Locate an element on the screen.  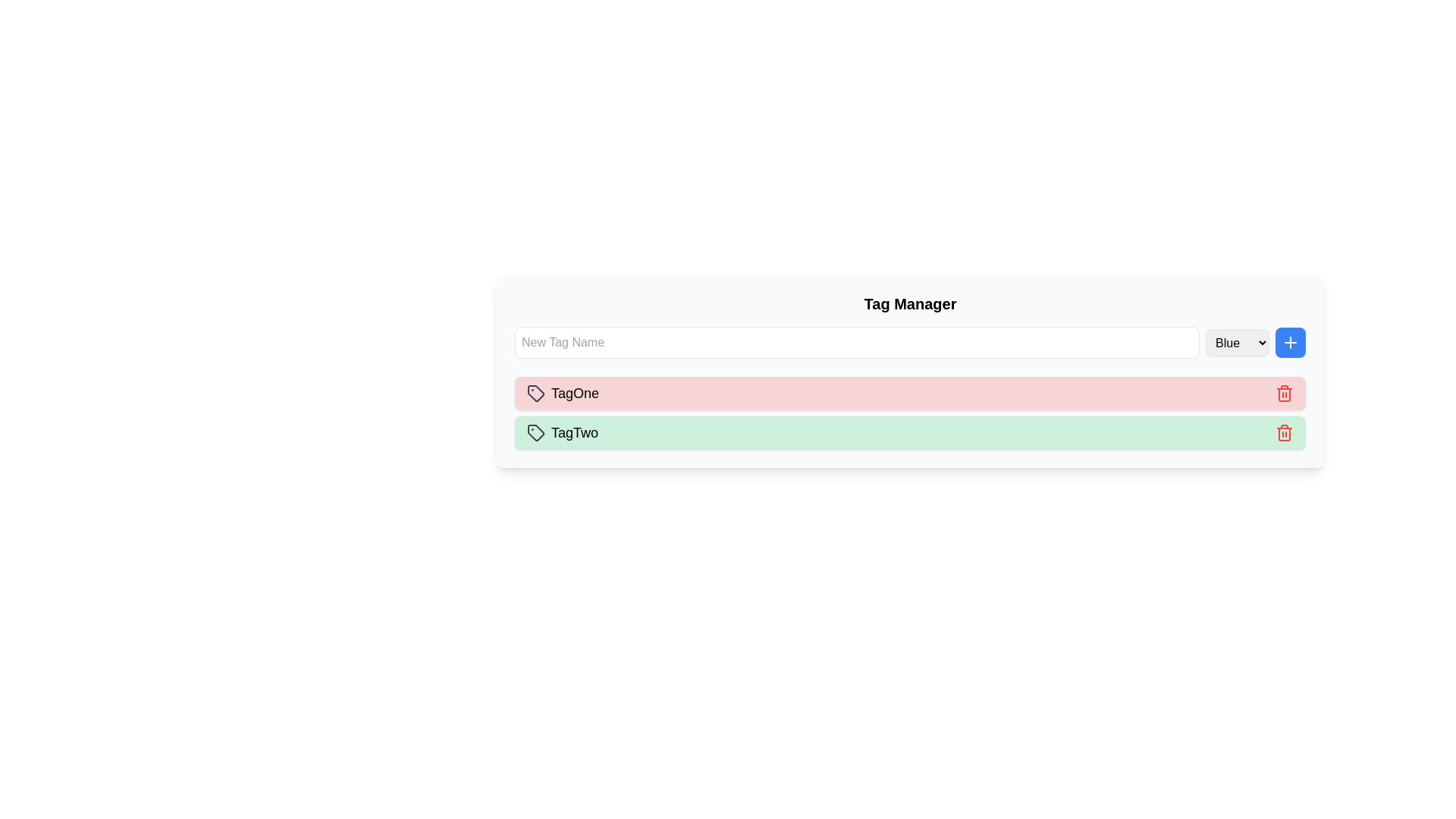
the 'TagTwo' label with icon, which displays the text 'TagTwo' and is styled with a bold font on a green background is located at coordinates (562, 432).